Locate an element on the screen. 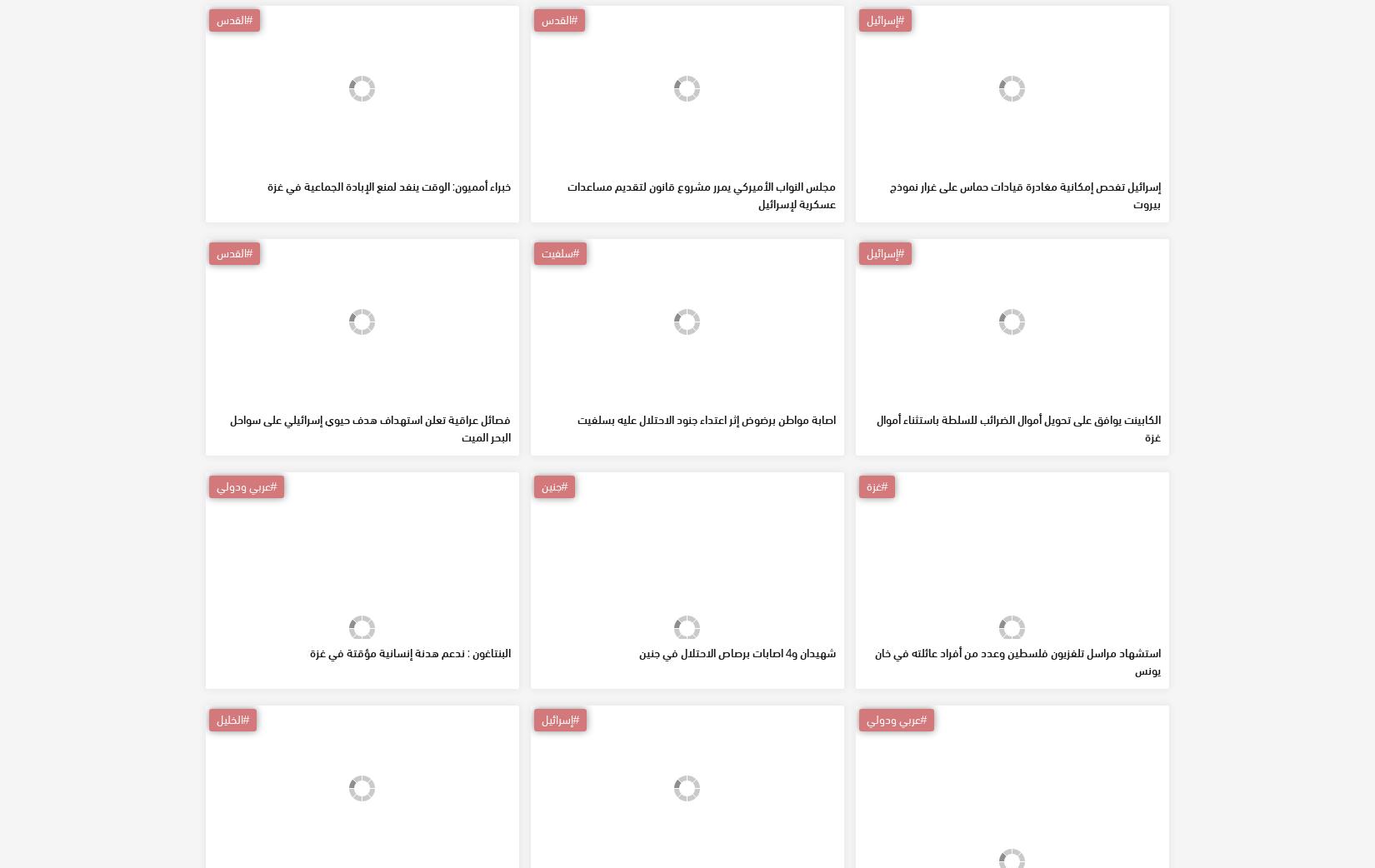  '#جنين' is located at coordinates (552, 605).